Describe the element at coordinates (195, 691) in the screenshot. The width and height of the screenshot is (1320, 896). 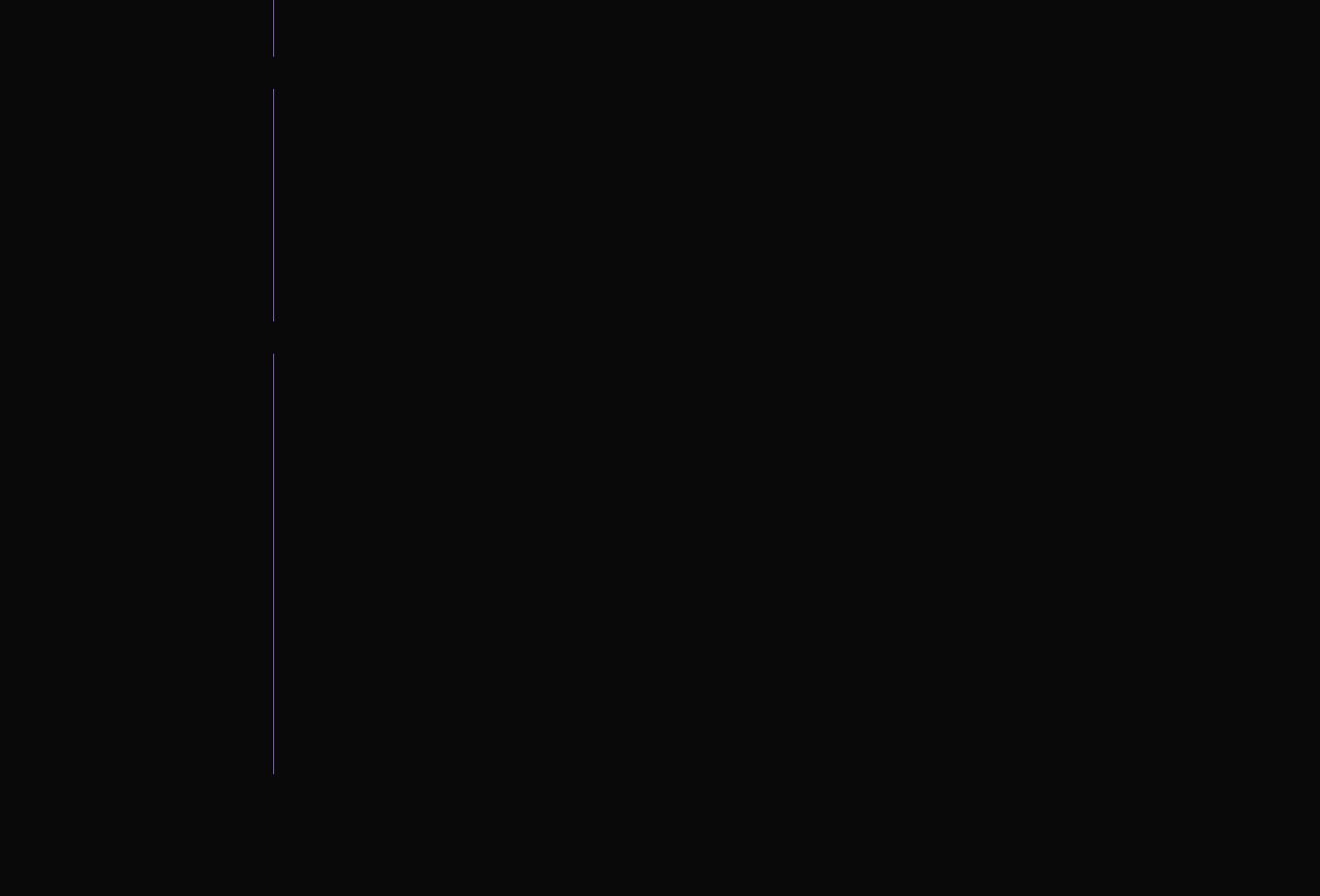
I see `'Palace Theatre'` at that location.